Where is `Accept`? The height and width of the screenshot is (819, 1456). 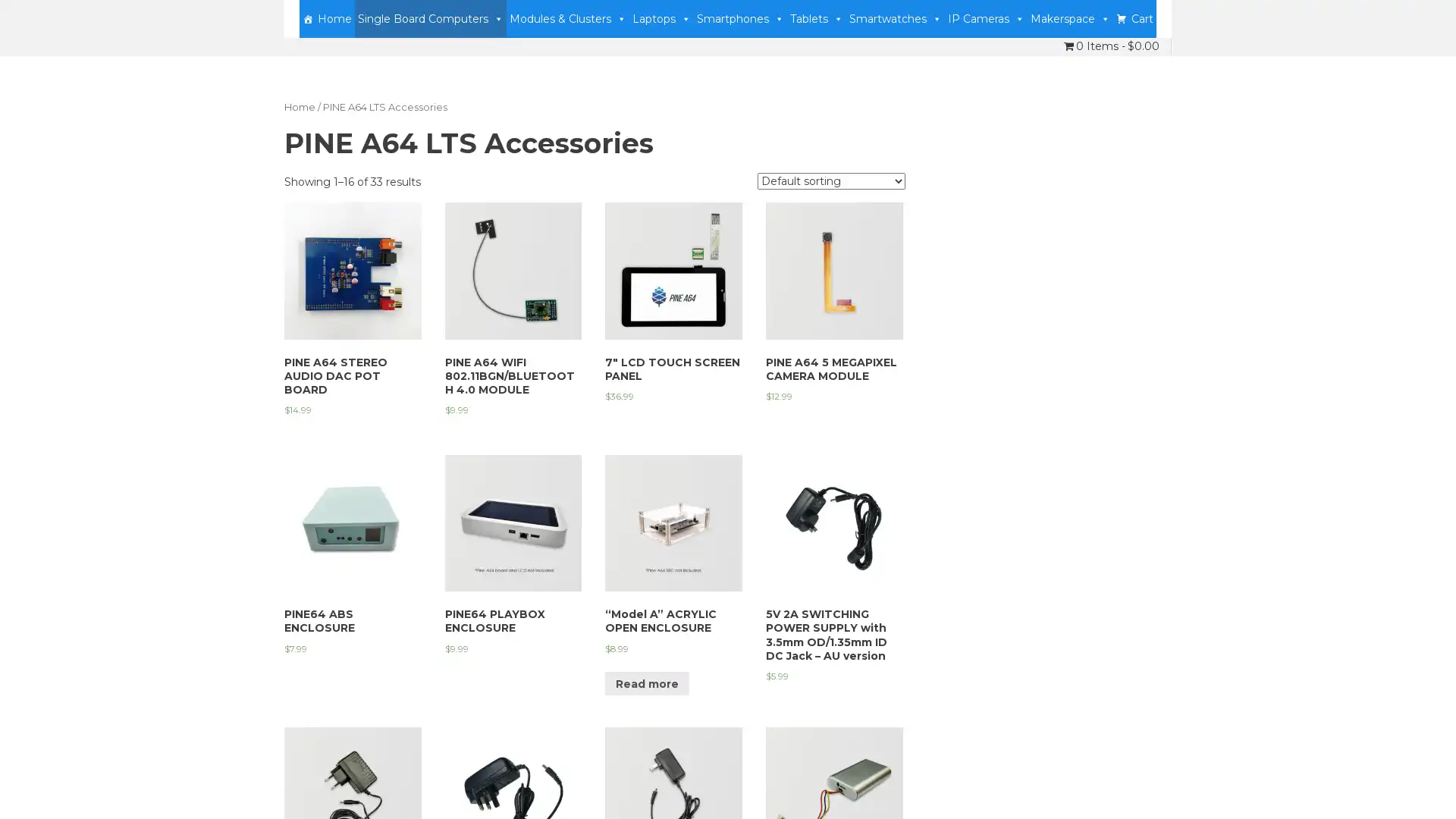
Accept is located at coordinates (960, 795).